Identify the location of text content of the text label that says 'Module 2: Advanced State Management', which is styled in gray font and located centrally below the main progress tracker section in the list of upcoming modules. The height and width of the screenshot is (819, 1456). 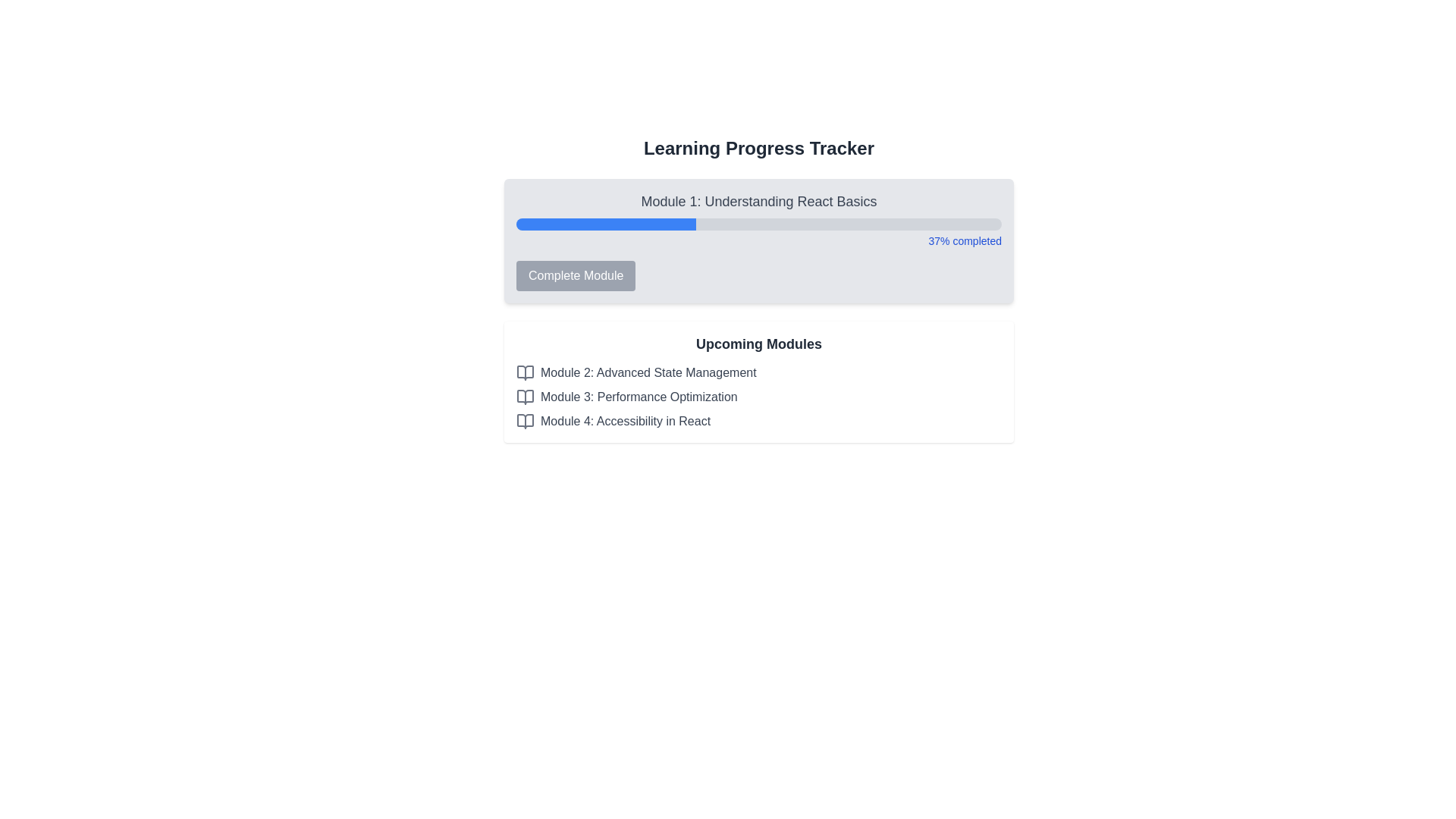
(648, 373).